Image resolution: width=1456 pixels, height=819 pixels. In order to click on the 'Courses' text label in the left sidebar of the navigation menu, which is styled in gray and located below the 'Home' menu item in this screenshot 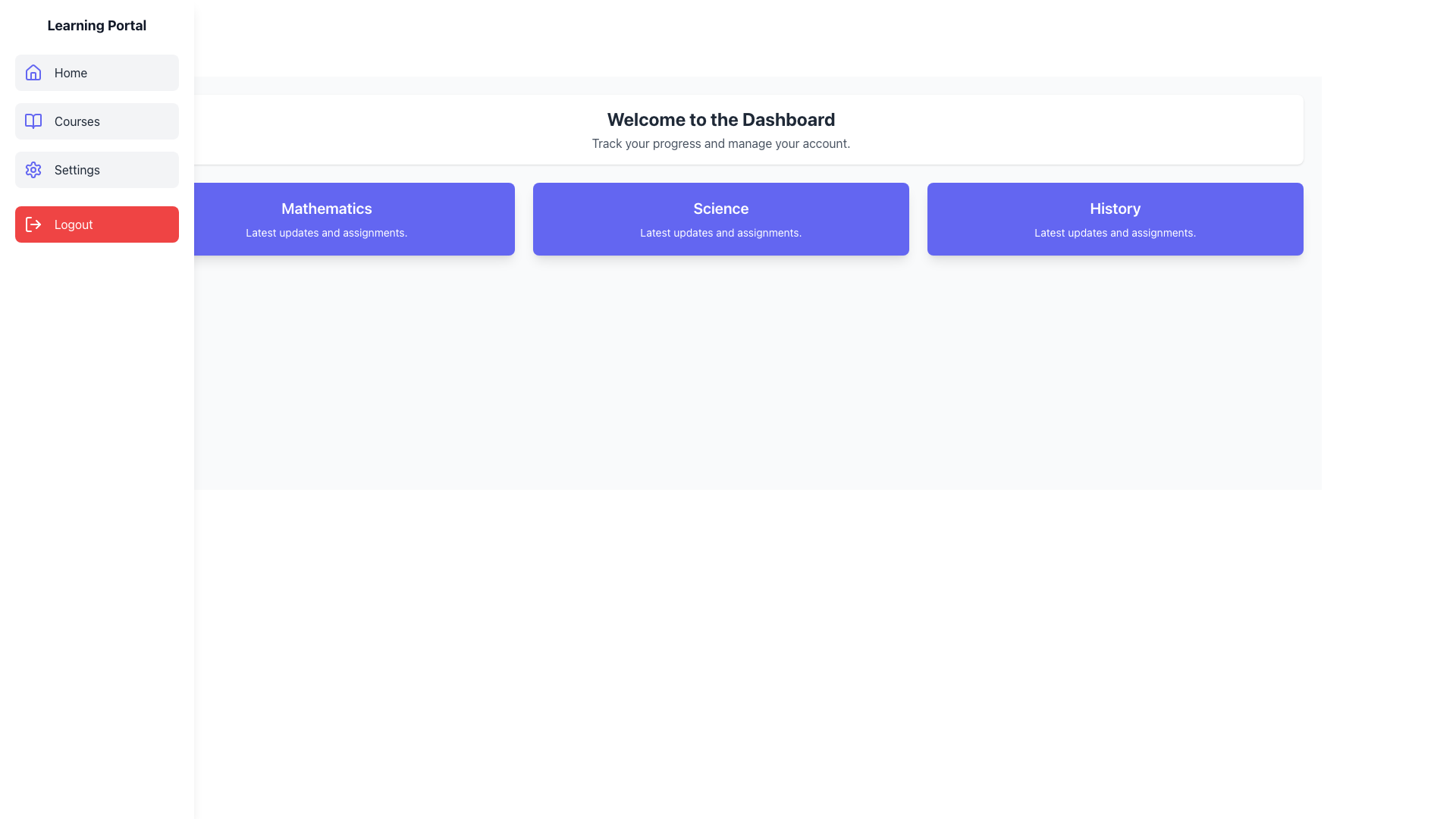, I will do `click(76, 120)`.